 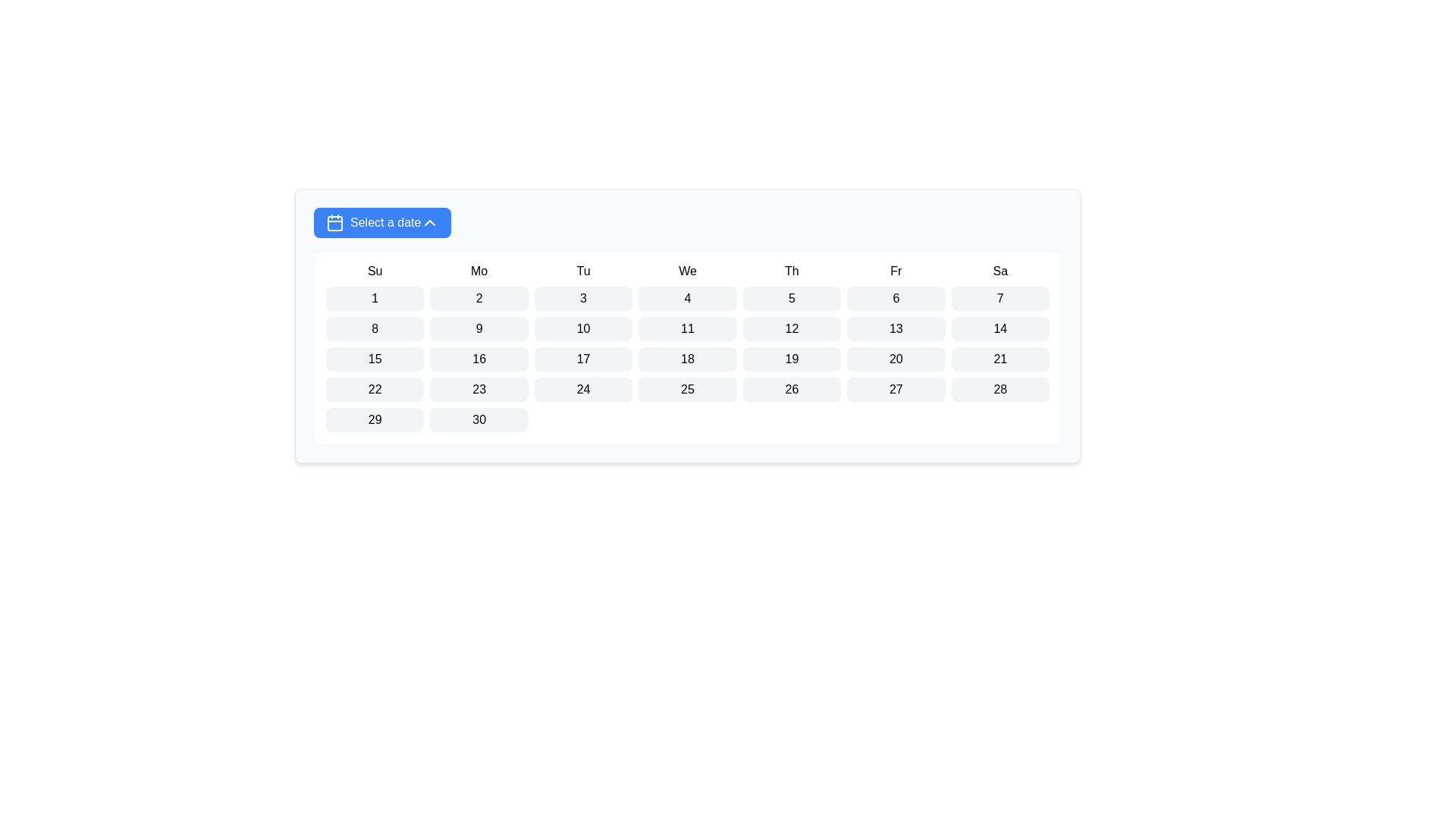 I want to click on the date selection icon located at the beginning of the horizontal layout preceding the text 'Select a date', so click(x=334, y=222).